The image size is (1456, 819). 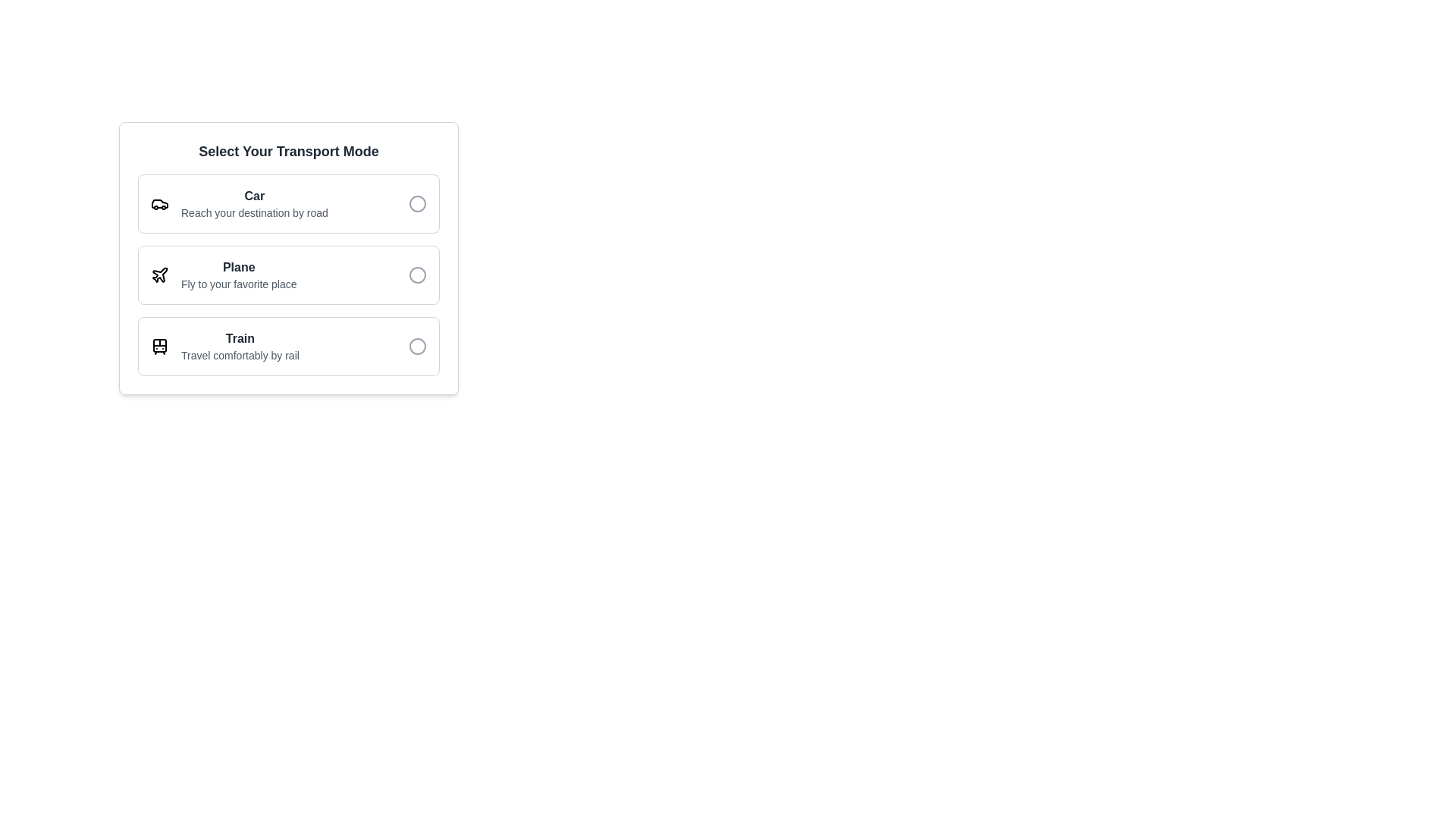 I want to click on the airplane icon, so click(x=160, y=275).